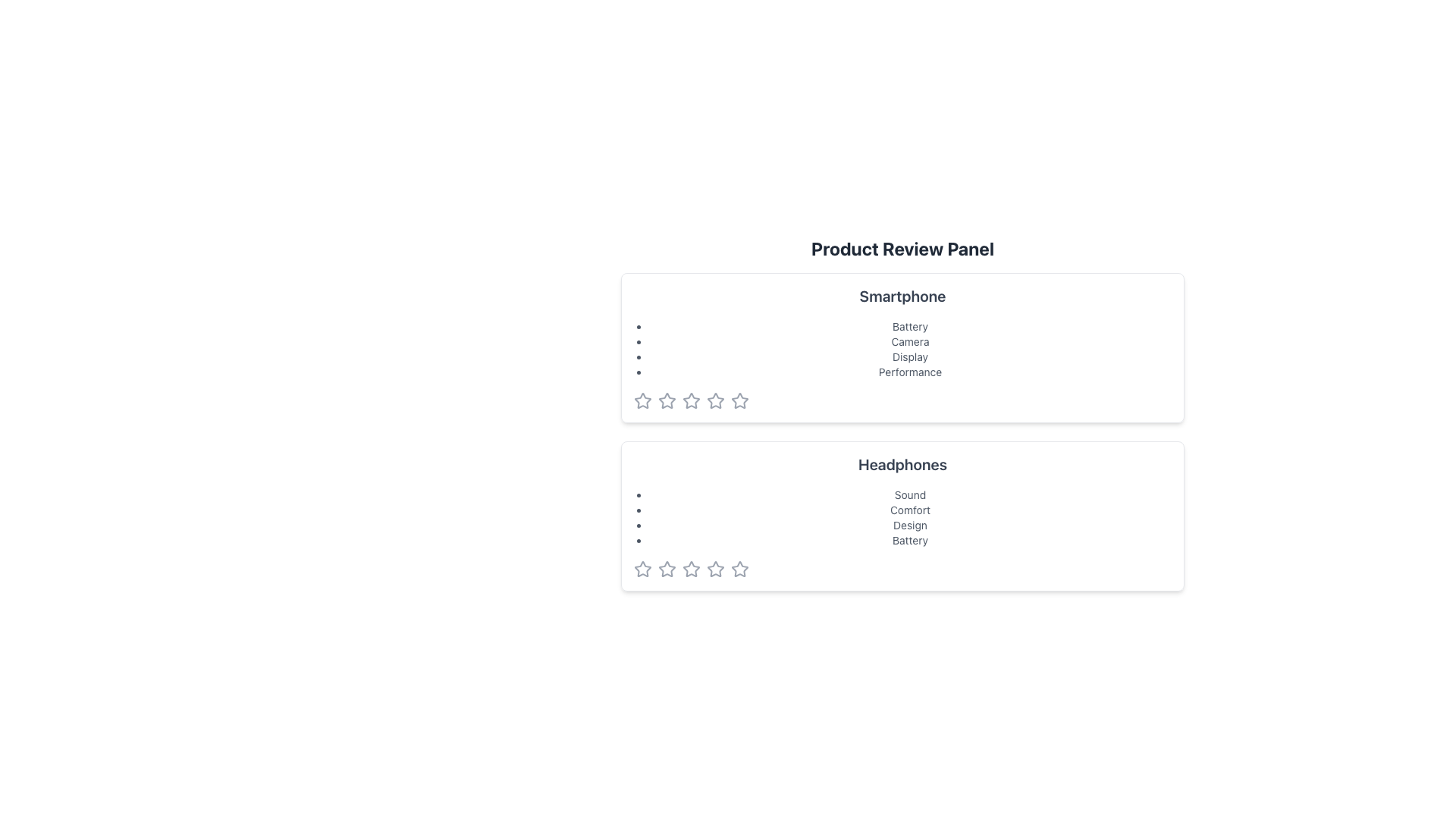 This screenshot has height=819, width=1456. What do you see at coordinates (902, 400) in the screenshot?
I see `the Rating widget containing six star icons, which are gray outlined stars for rating, located below the list items in the Smartphone section of the product review panel` at bounding box center [902, 400].